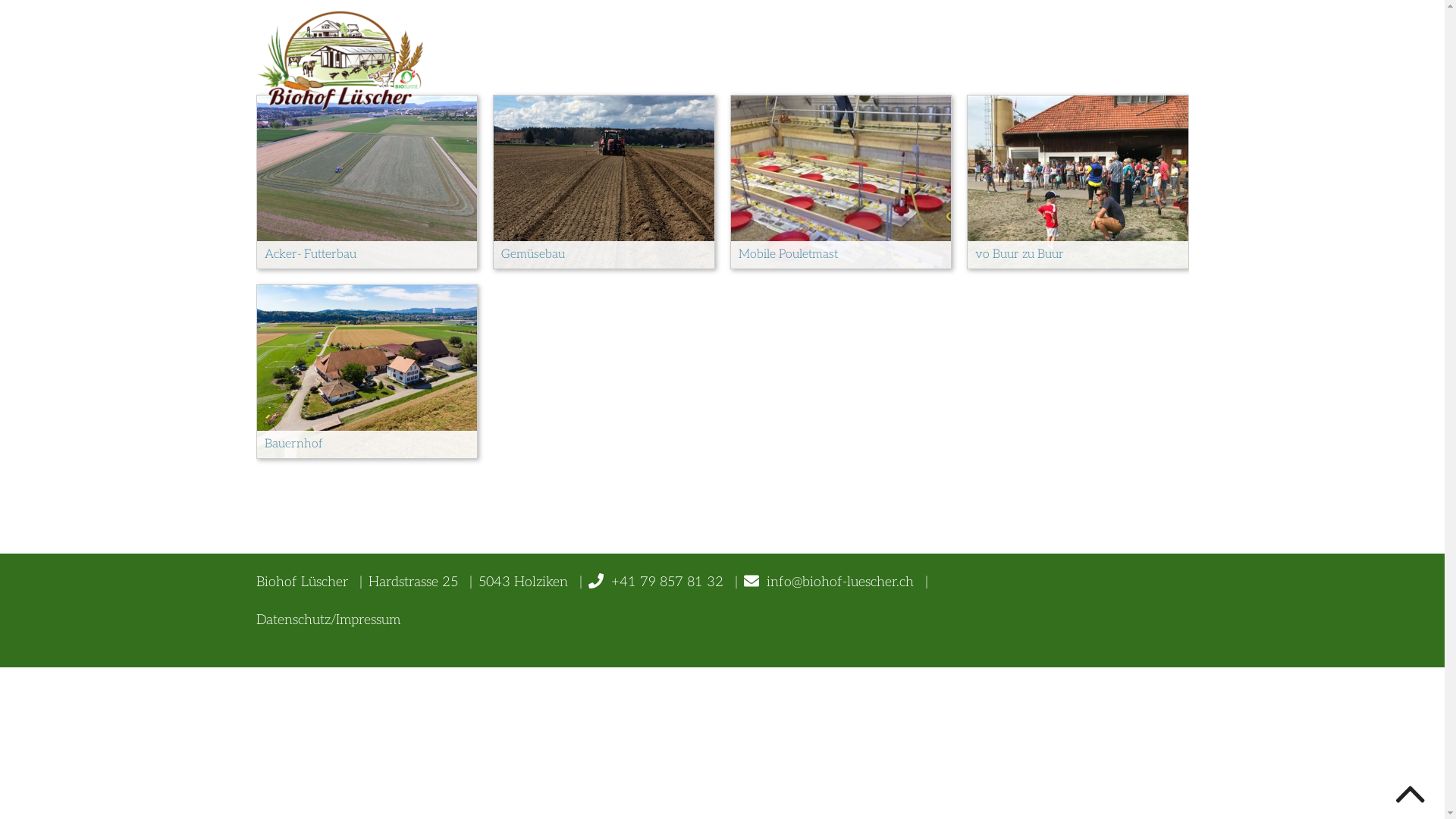  I want to click on 'Bauernhof', so click(366, 371).